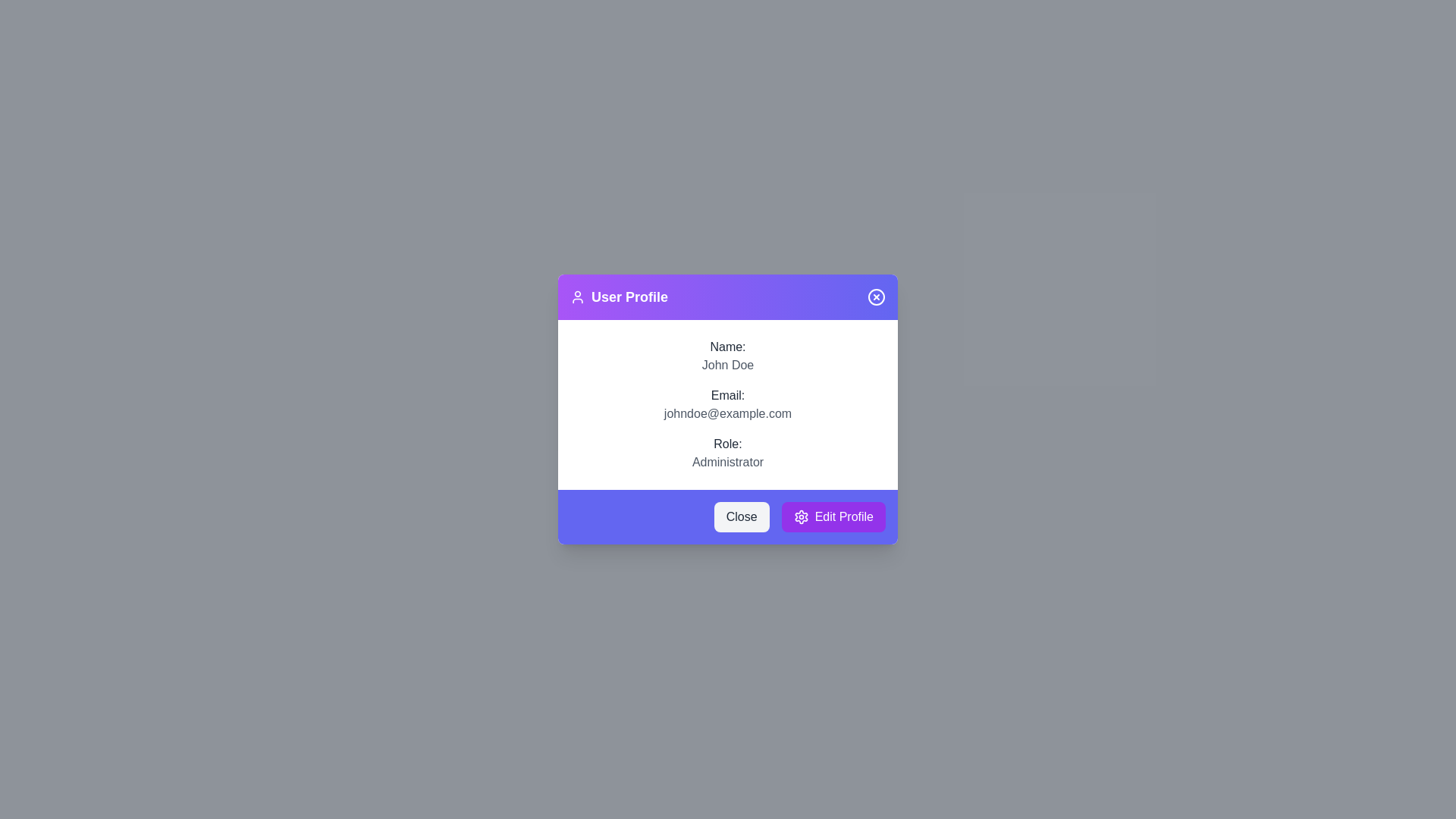 The height and width of the screenshot is (819, 1456). Describe the element at coordinates (728, 403) in the screenshot. I see `the 'Email:' text display in the User Profile modal dialog box, which contains the email address 'johndoe@example.com'` at that location.